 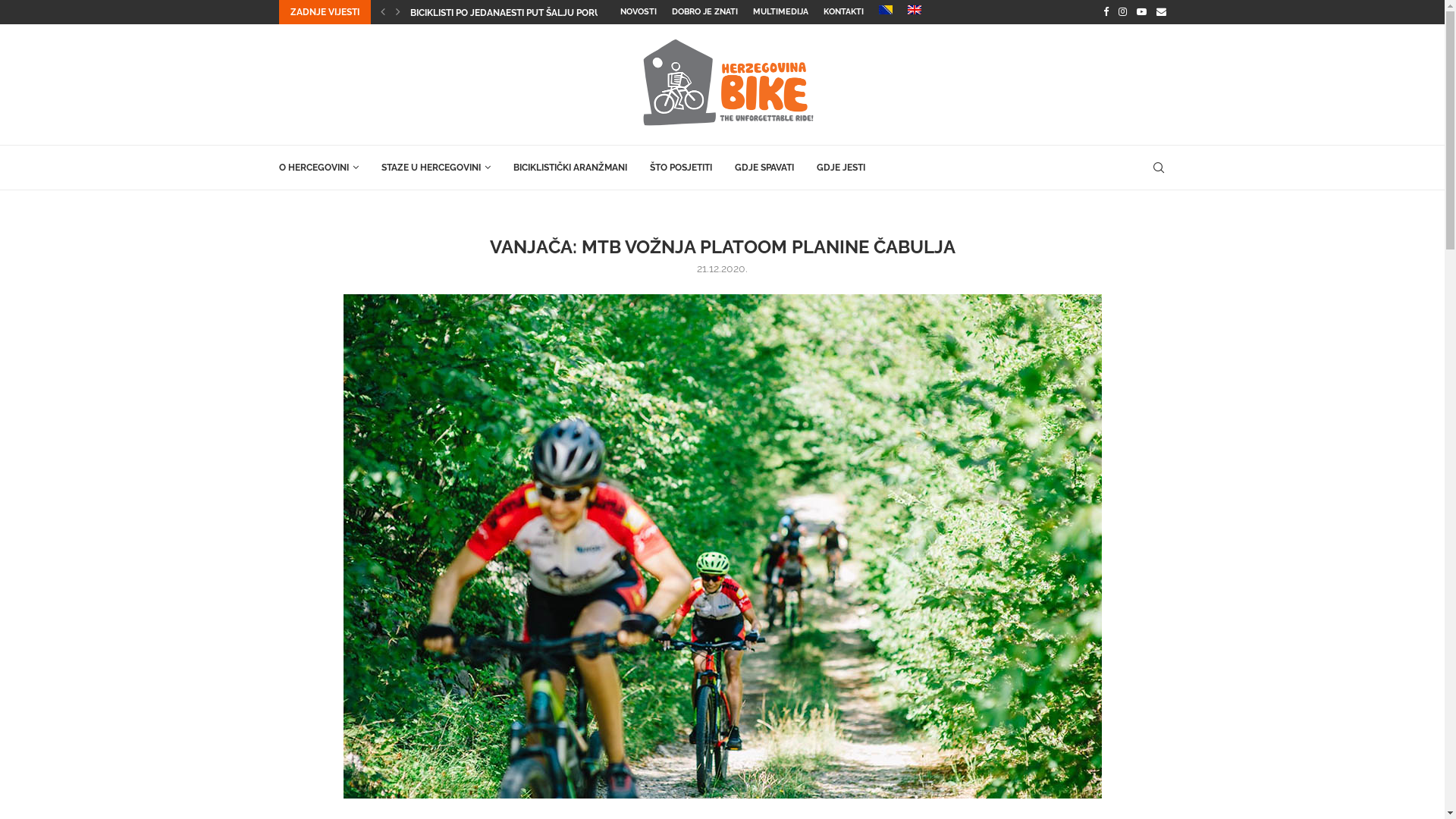 I want to click on 'GDJE JESTI', so click(x=839, y=167).